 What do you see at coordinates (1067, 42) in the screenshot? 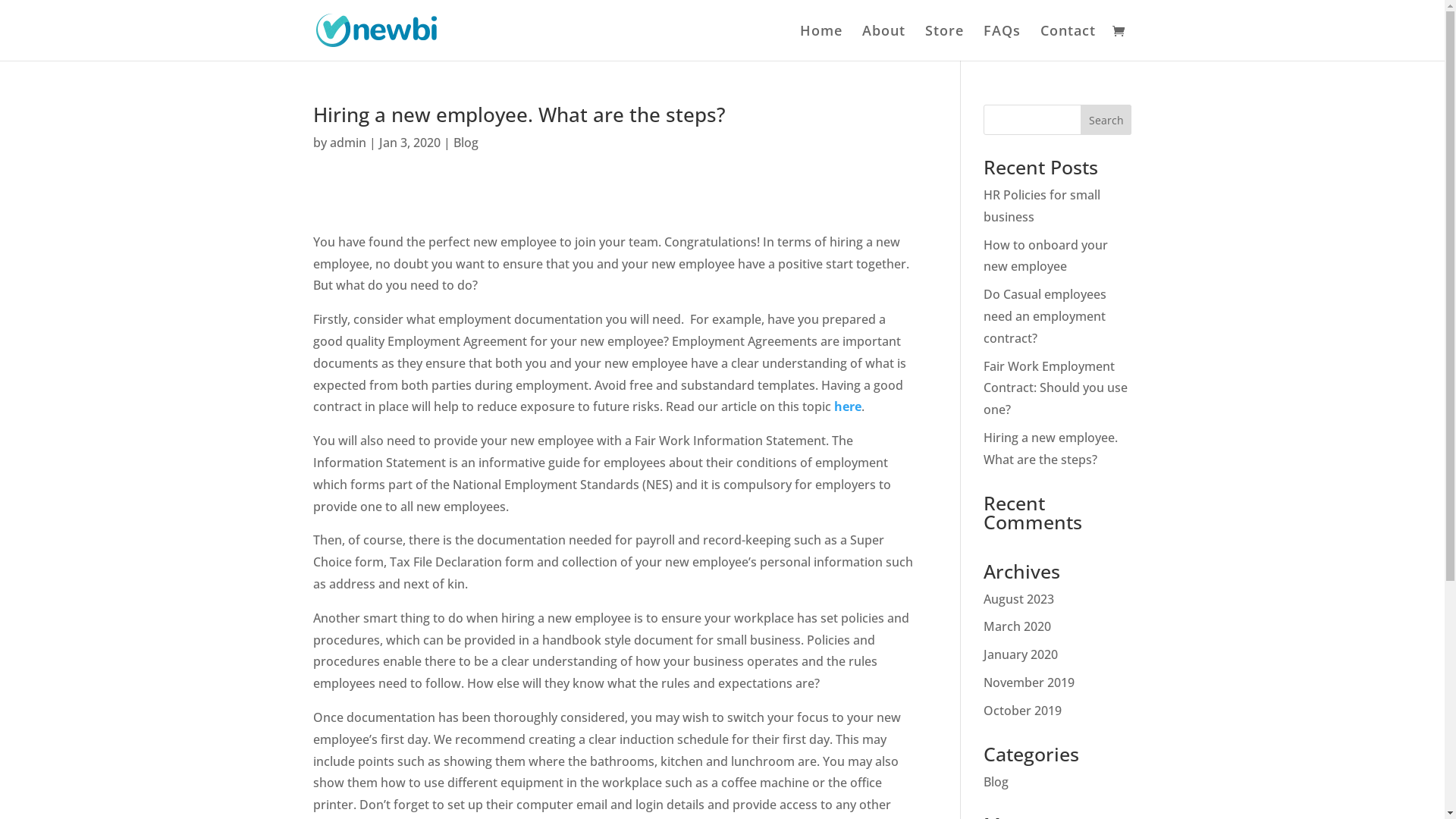
I see `'Contact'` at bounding box center [1067, 42].